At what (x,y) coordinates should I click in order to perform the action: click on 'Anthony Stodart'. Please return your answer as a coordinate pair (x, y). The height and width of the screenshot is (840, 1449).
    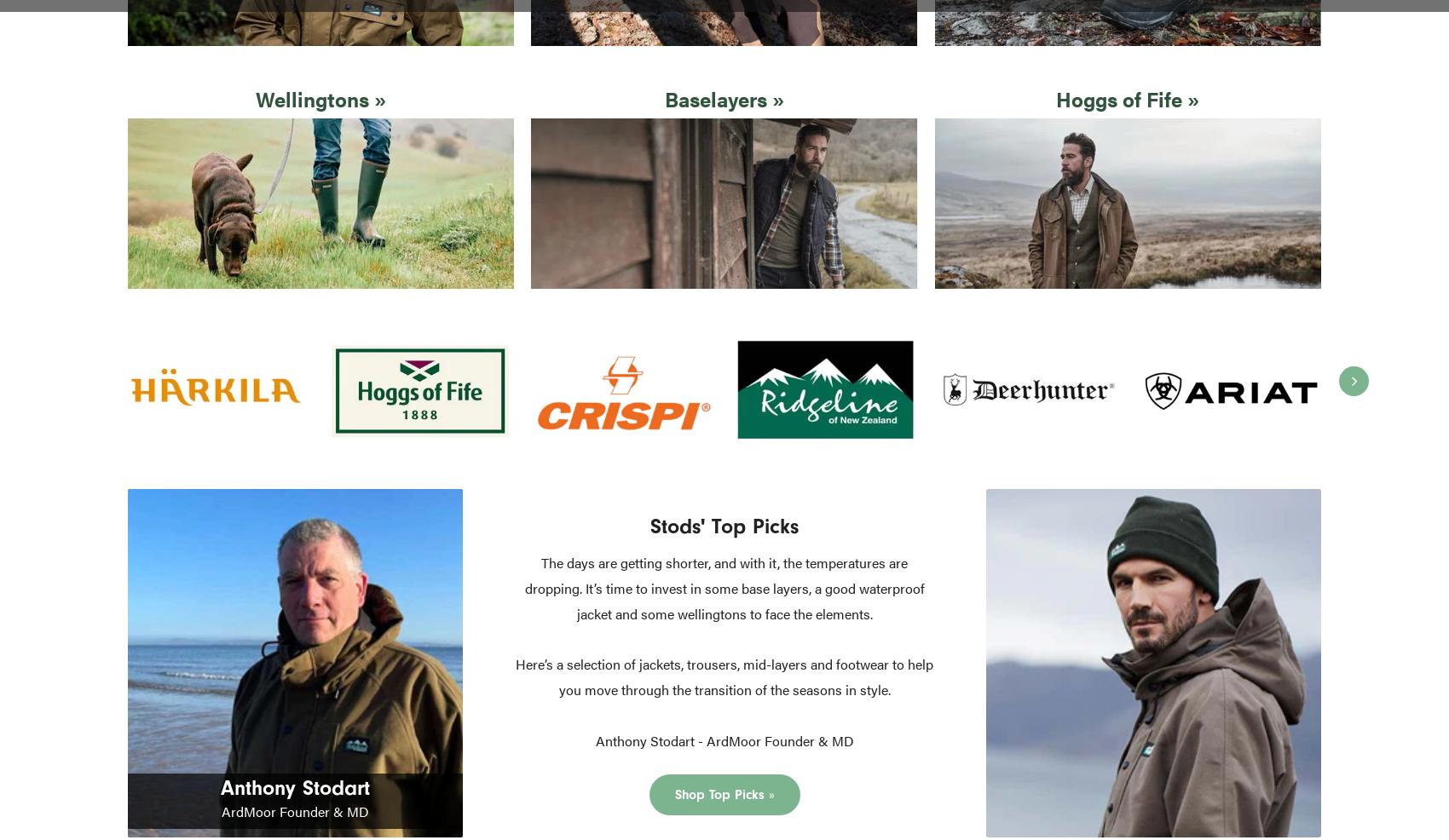
    Looking at the image, I should click on (221, 787).